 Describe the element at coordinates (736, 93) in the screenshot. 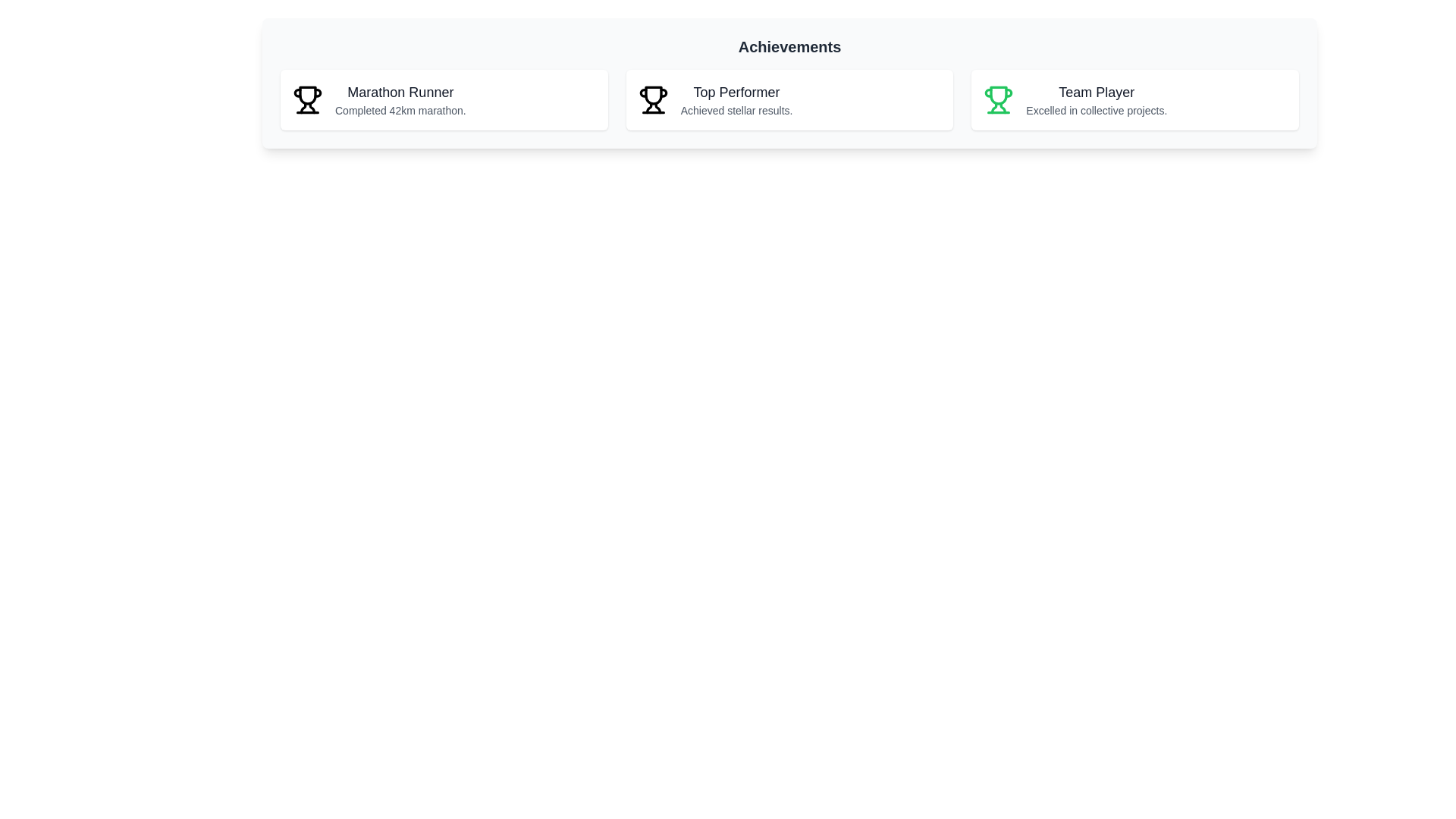

I see `the 'Top Performer' text label, which is displayed in large, bold, medium gray text and located at the top-center of the middle card in a three-card layout of achievements` at that location.